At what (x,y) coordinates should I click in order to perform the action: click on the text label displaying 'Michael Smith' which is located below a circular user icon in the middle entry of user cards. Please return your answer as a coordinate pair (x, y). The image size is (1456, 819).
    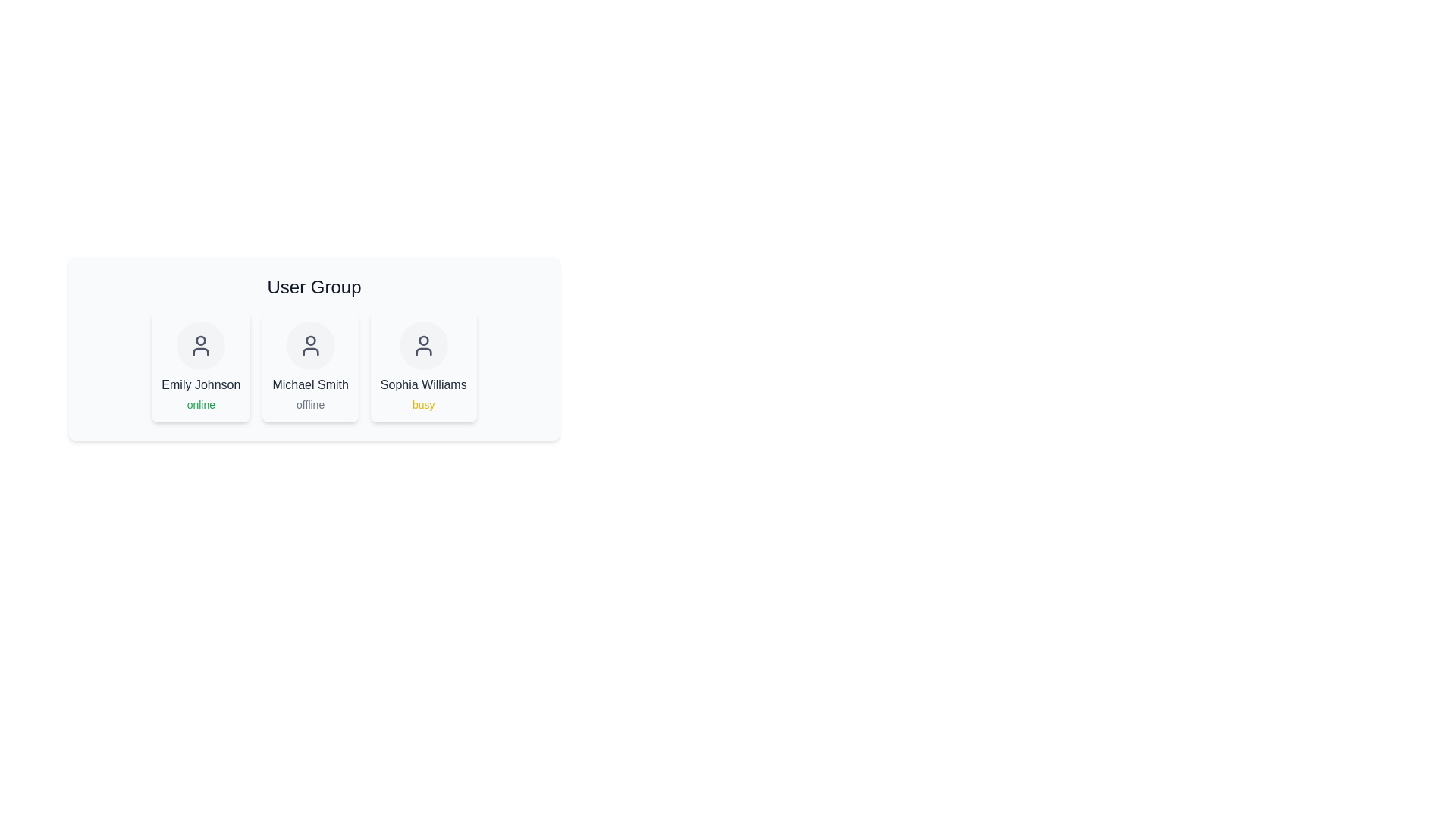
    Looking at the image, I should click on (309, 384).